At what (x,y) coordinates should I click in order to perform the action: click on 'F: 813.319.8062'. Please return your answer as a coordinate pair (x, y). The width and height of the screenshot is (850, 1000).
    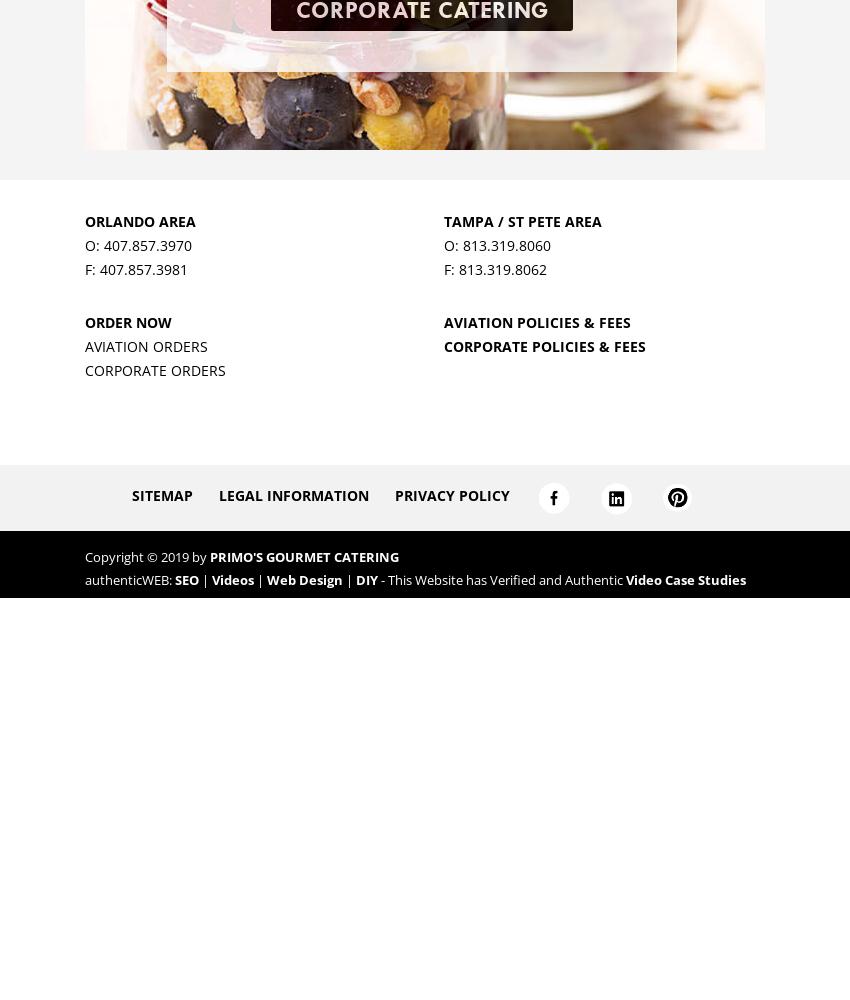
    Looking at the image, I should click on (494, 268).